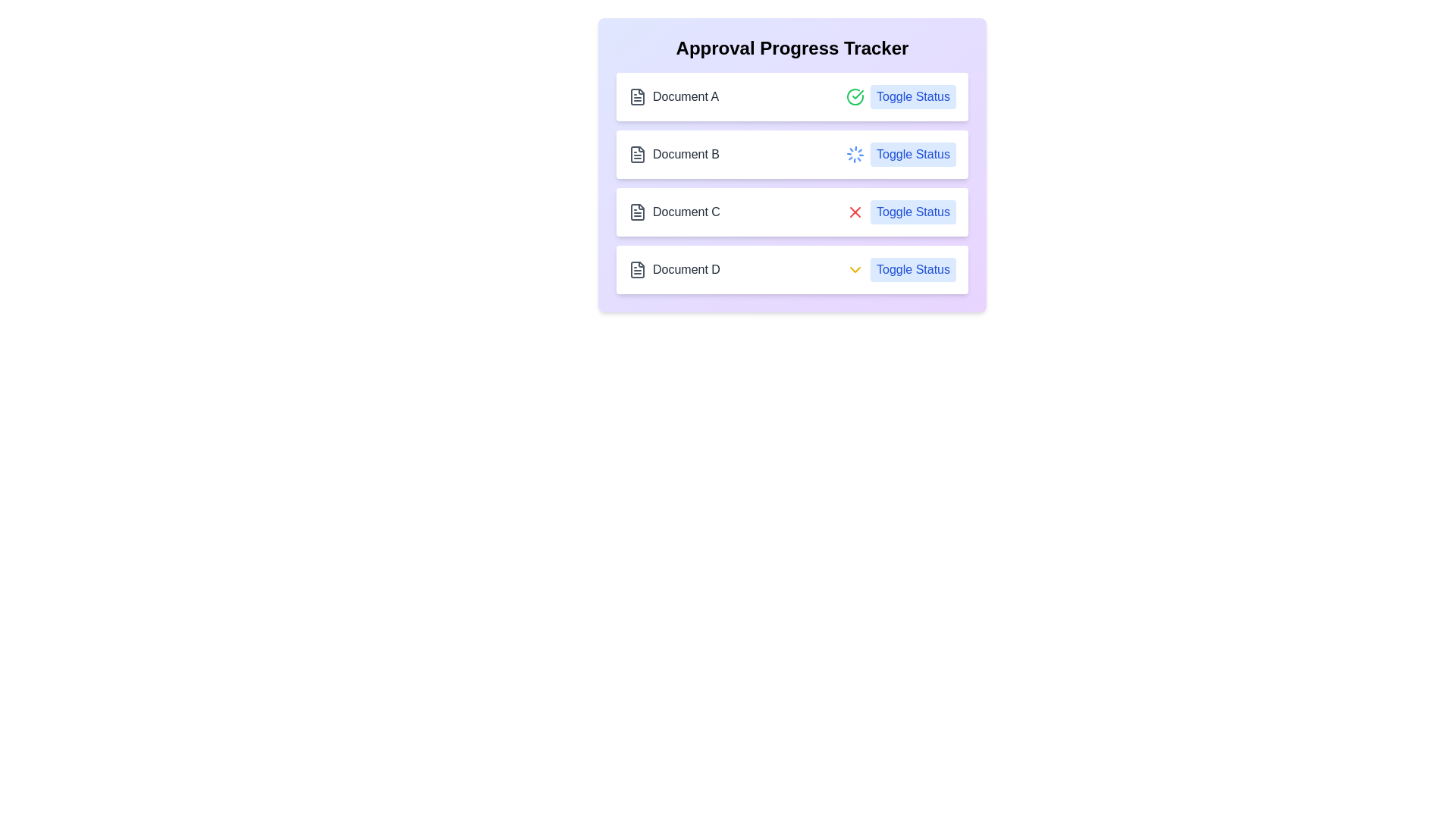 The image size is (1456, 819). What do you see at coordinates (637, 96) in the screenshot?
I see `the icon representing 'Document A', which is located to the left of the text in the first row of the list layout` at bounding box center [637, 96].